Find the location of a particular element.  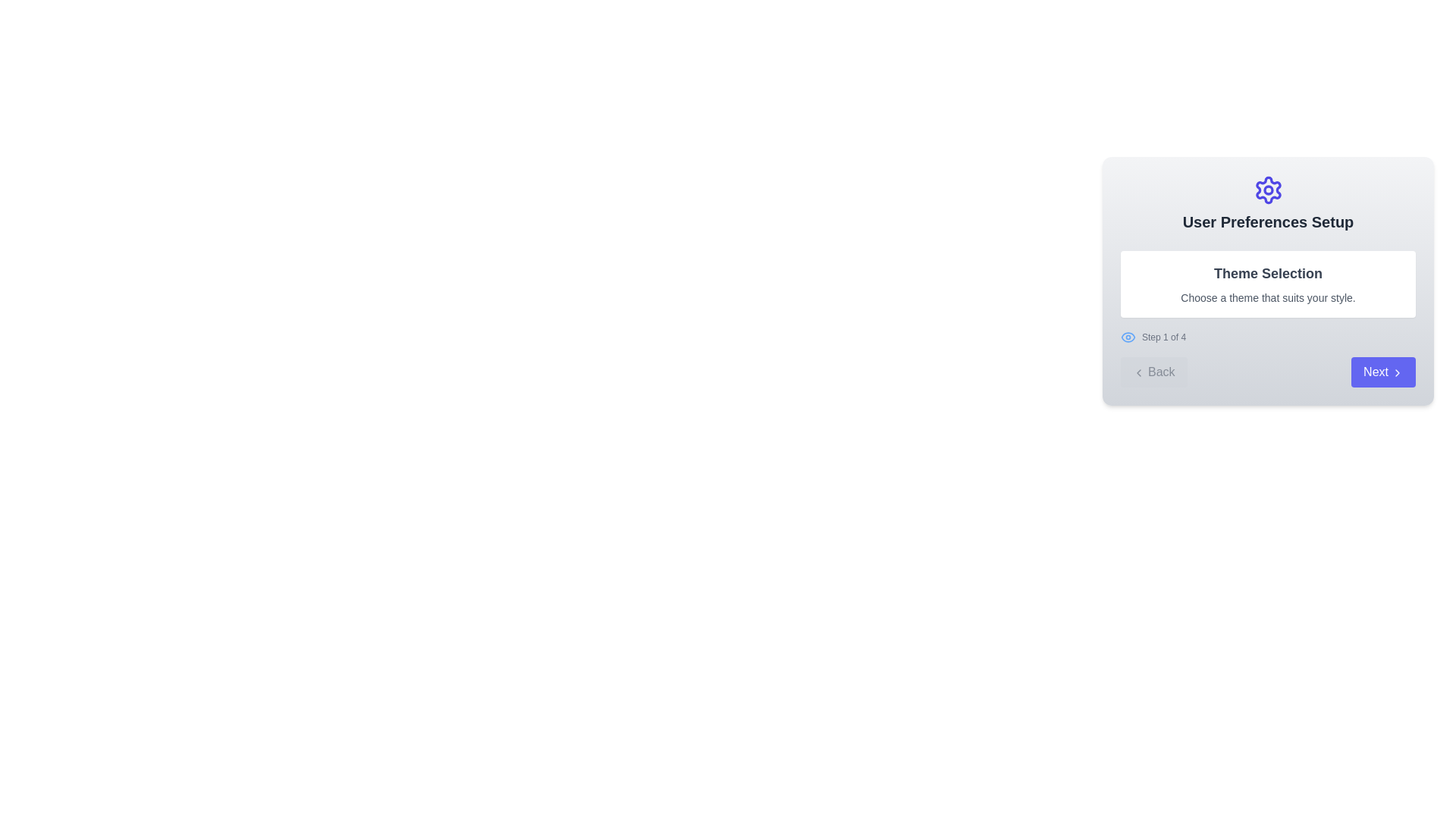

the settings icon located above the 'User Preferences Setup' text in the header section of the interface is located at coordinates (1268, 189).